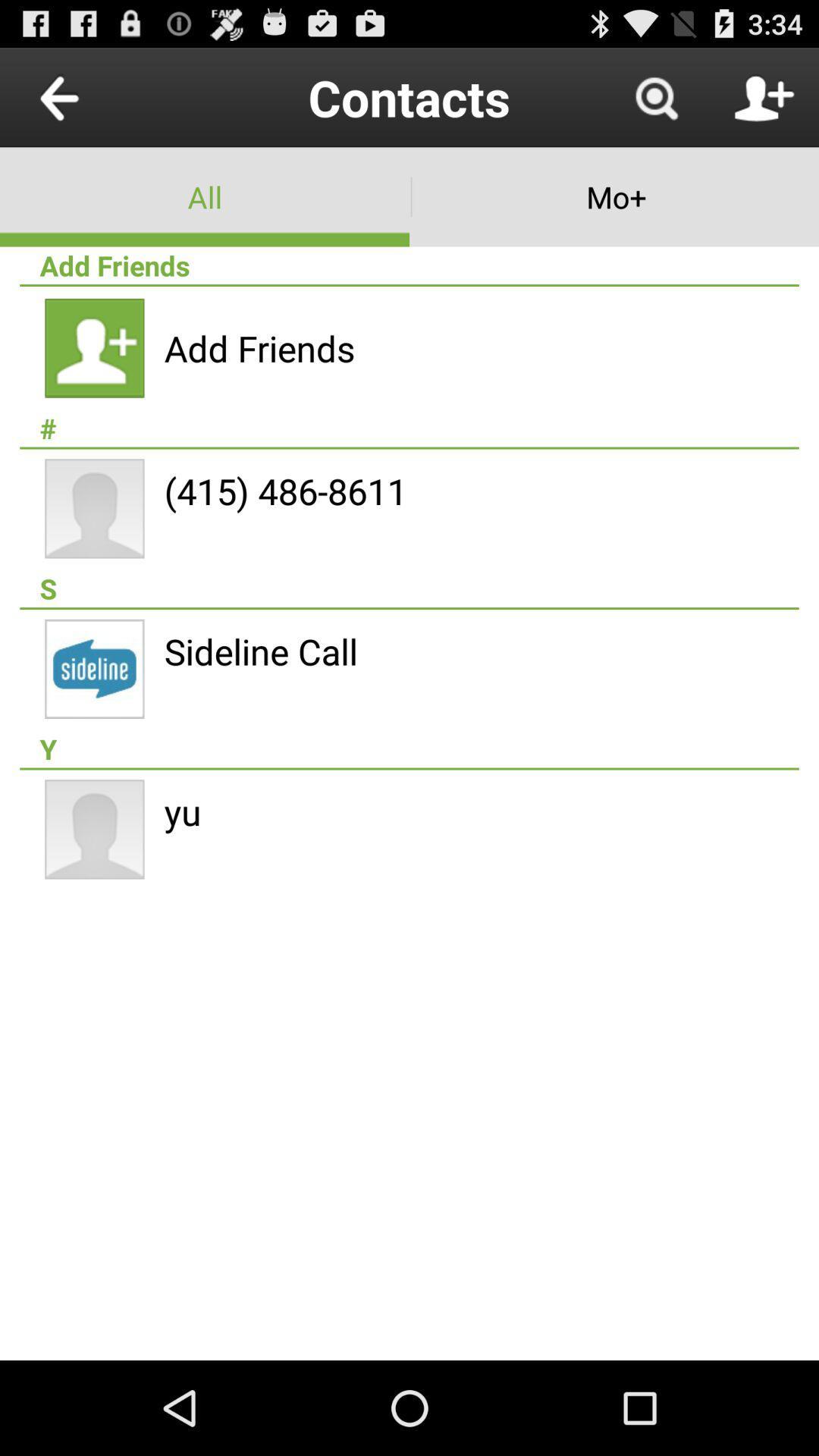 The image size is (819, 1456). Describe the element at coordinates (655, 103) in the screenshot. I see `the search icon` at that location.